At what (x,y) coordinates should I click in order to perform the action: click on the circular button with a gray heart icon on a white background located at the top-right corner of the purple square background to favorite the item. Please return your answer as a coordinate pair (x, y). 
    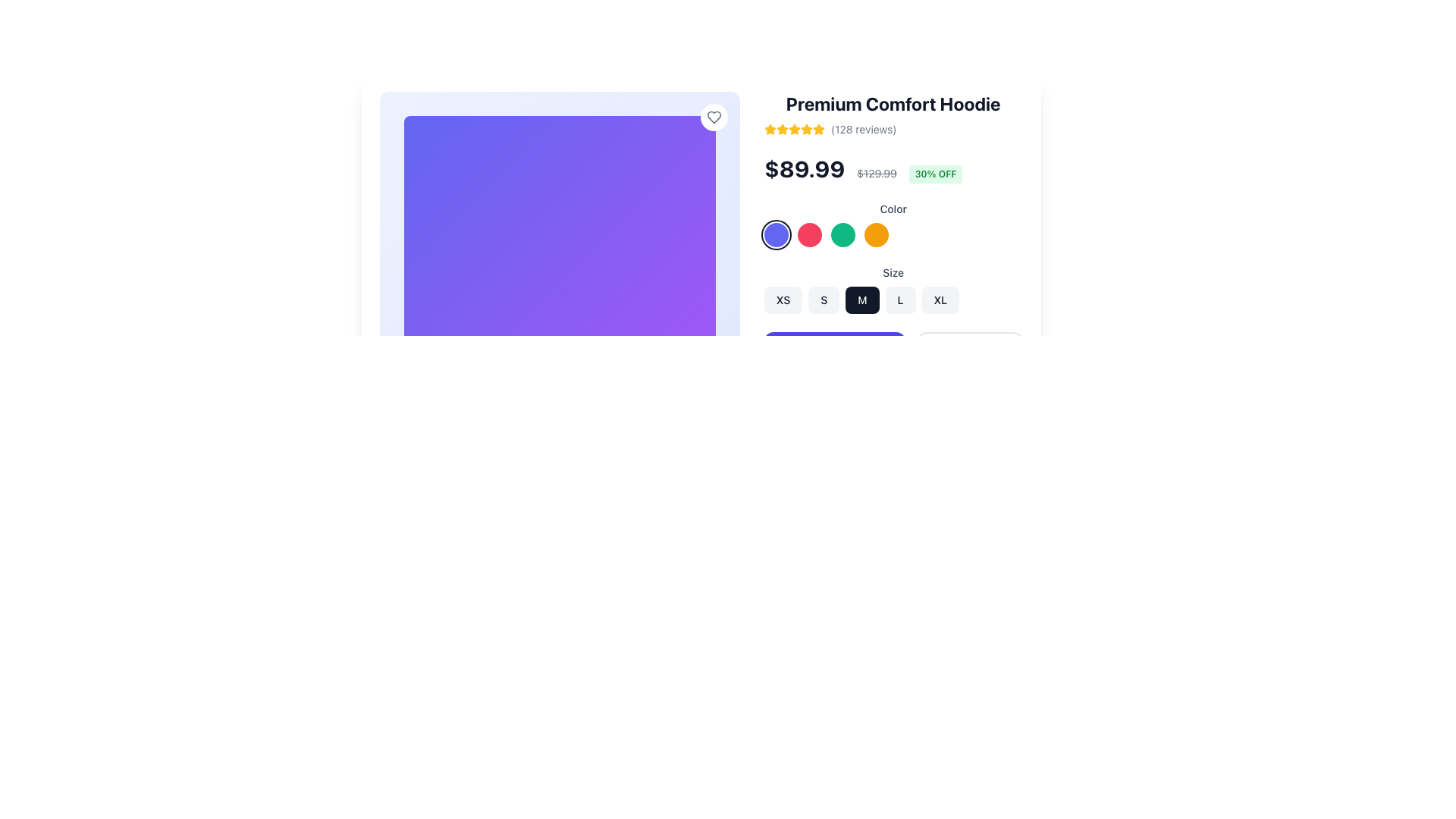
    Looking at the image, I should click on (713, 116).